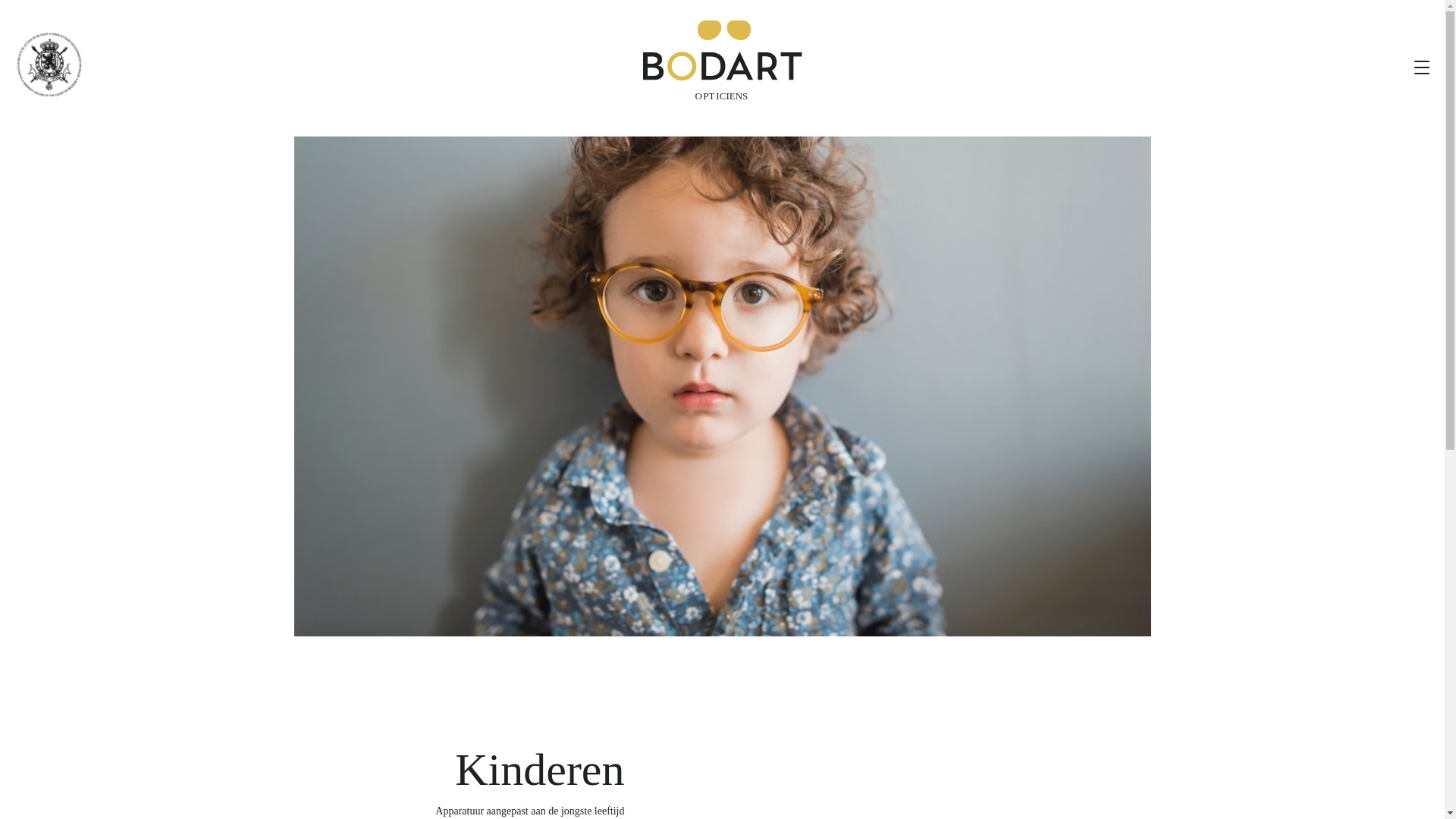 This screenshot has width=1456, height=819. Describe the element at coordinates (722, 60) in the screenshot. I see `'Bodart Opticiens'` at that location.